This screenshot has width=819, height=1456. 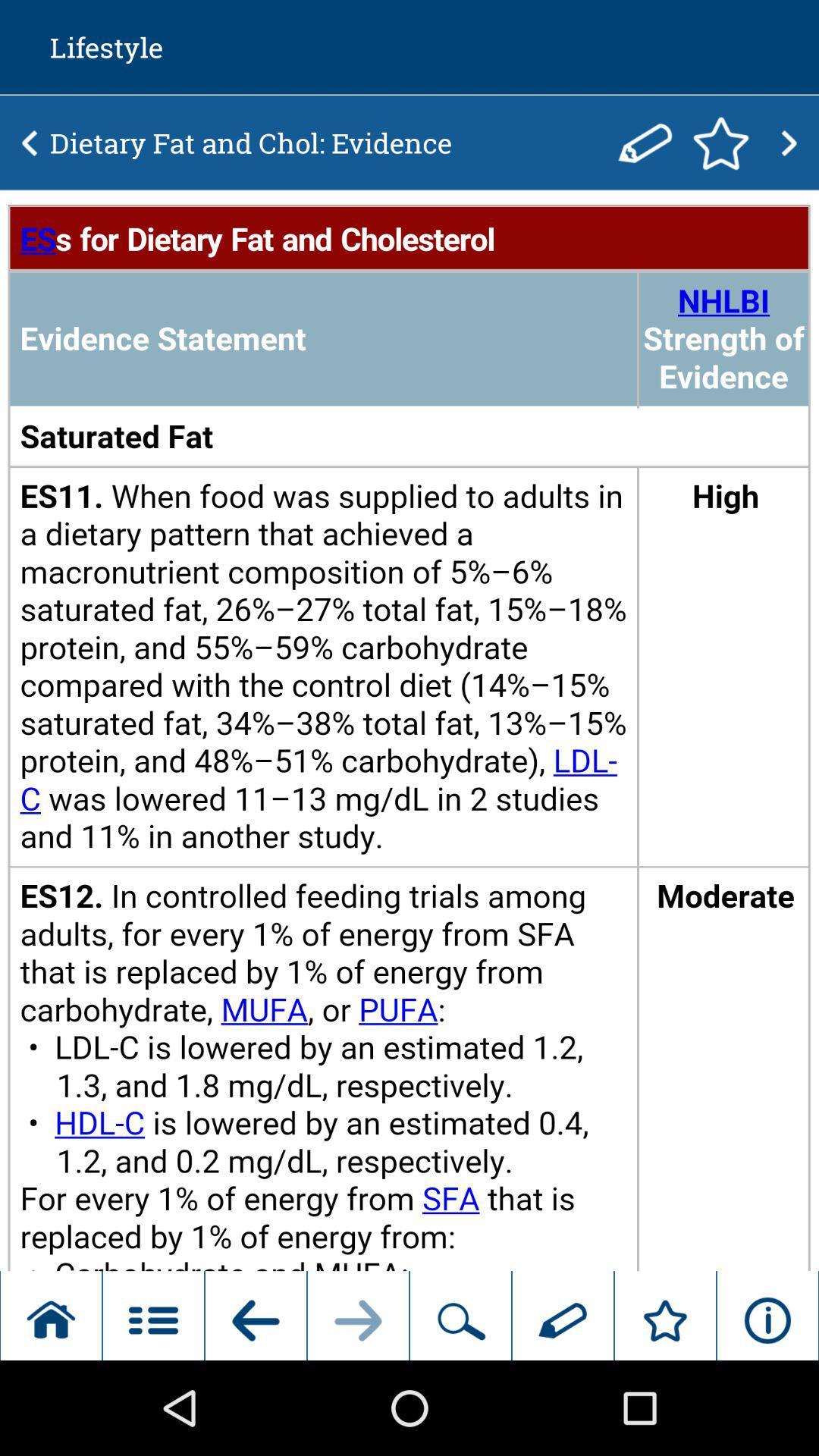 What do you see at coordinates (409, 731) in the screenshot?
I see `info option` at bounding box center [409, 731].